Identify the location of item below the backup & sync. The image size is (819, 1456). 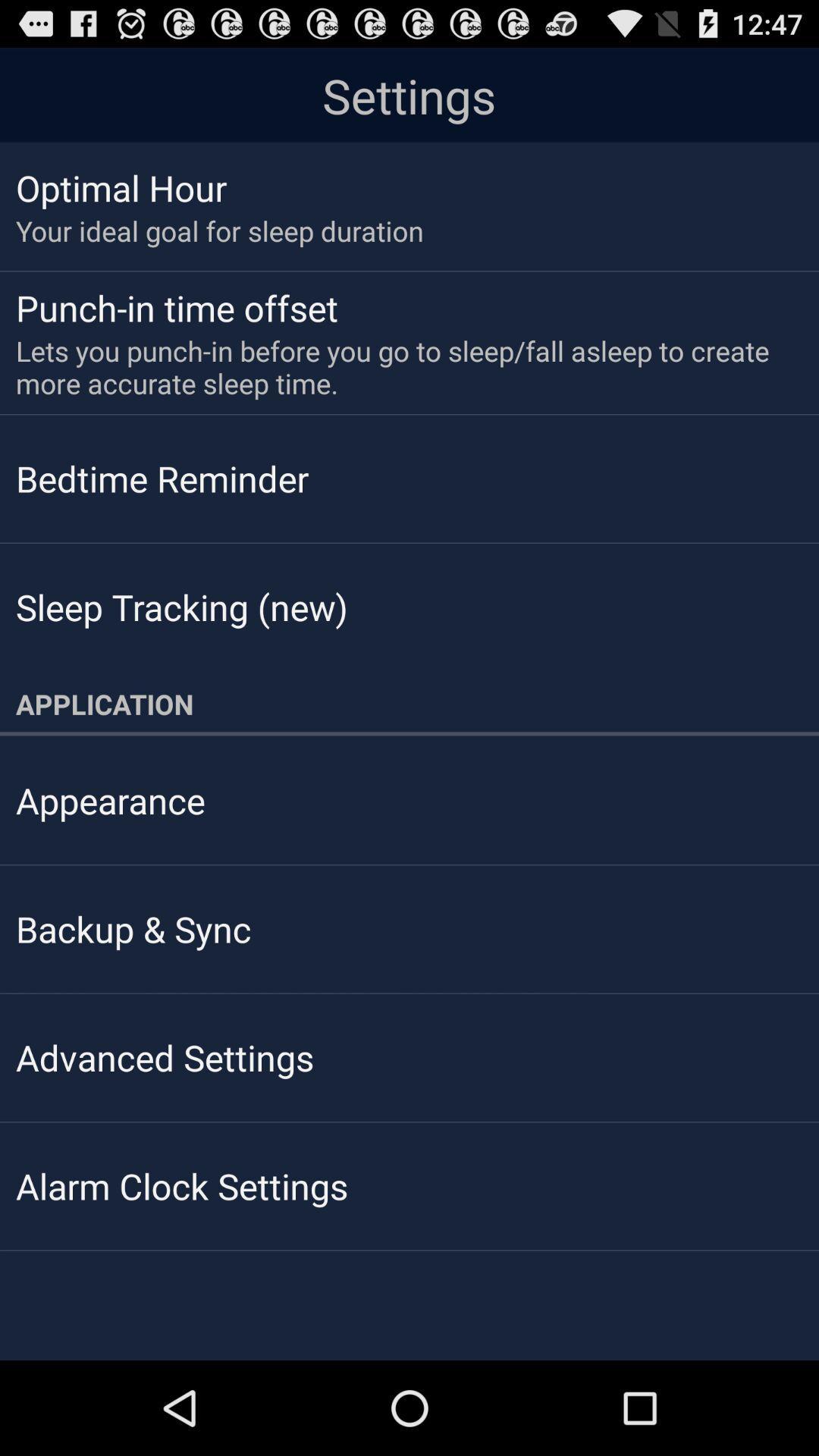
(165, 1056).